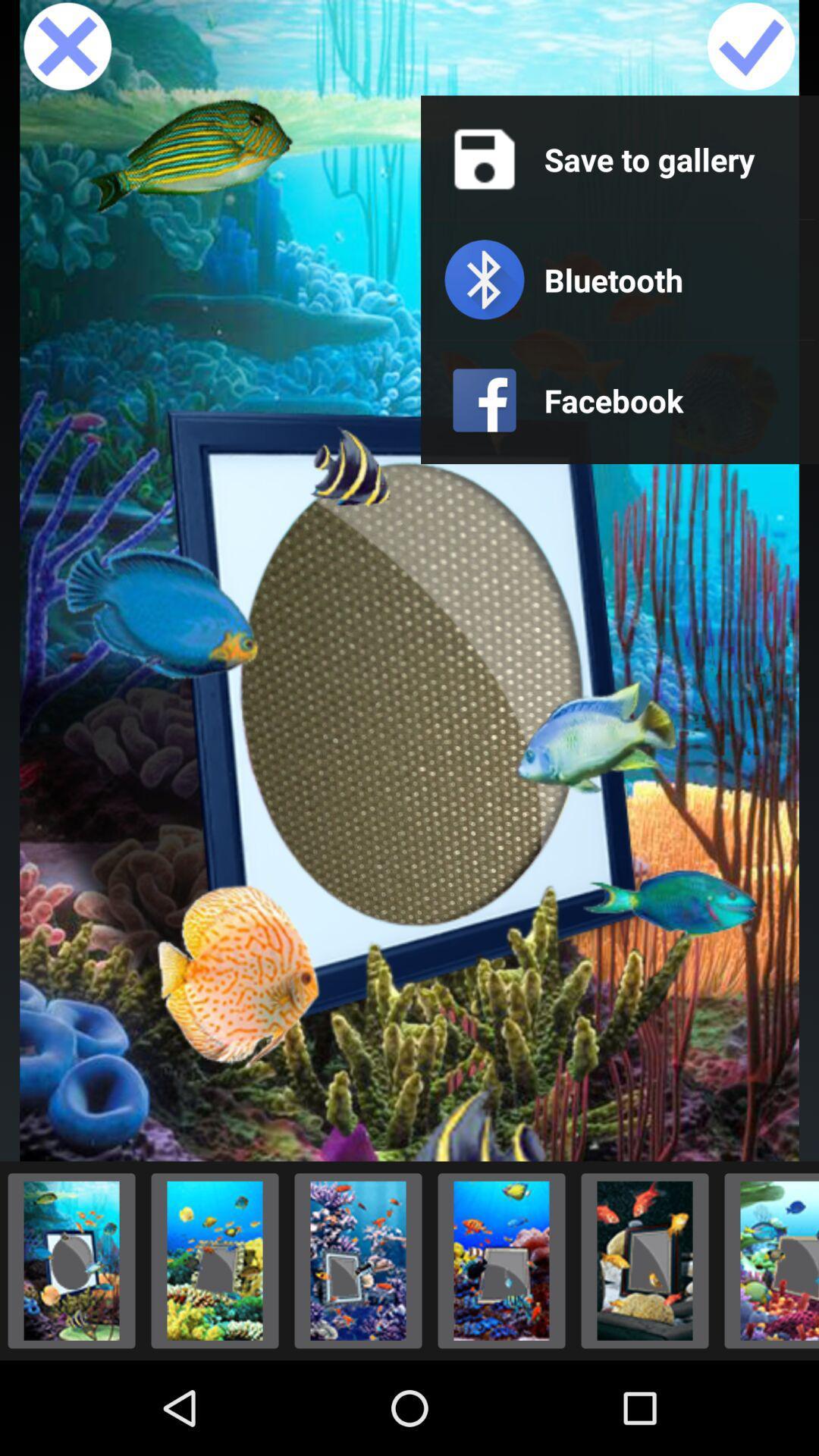 The width and height of the screenshot is (819, 1456). What do you see at coordinates (358, 1260) in the screenshot?
I see `filter` at bounding box center [358, 1260].